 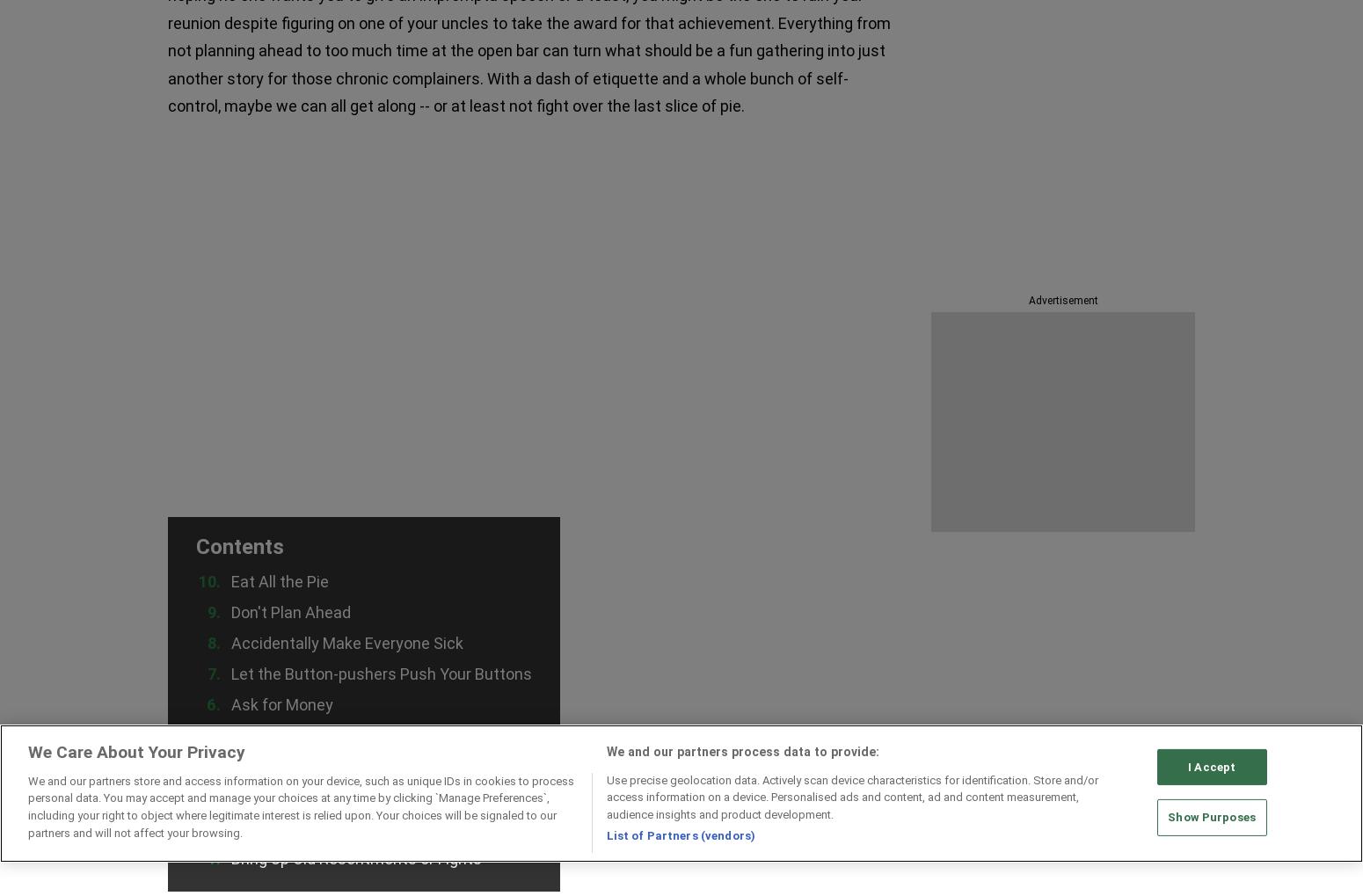 I want to click on 'Don't Plan Ahead', so click(x=289, y=610).